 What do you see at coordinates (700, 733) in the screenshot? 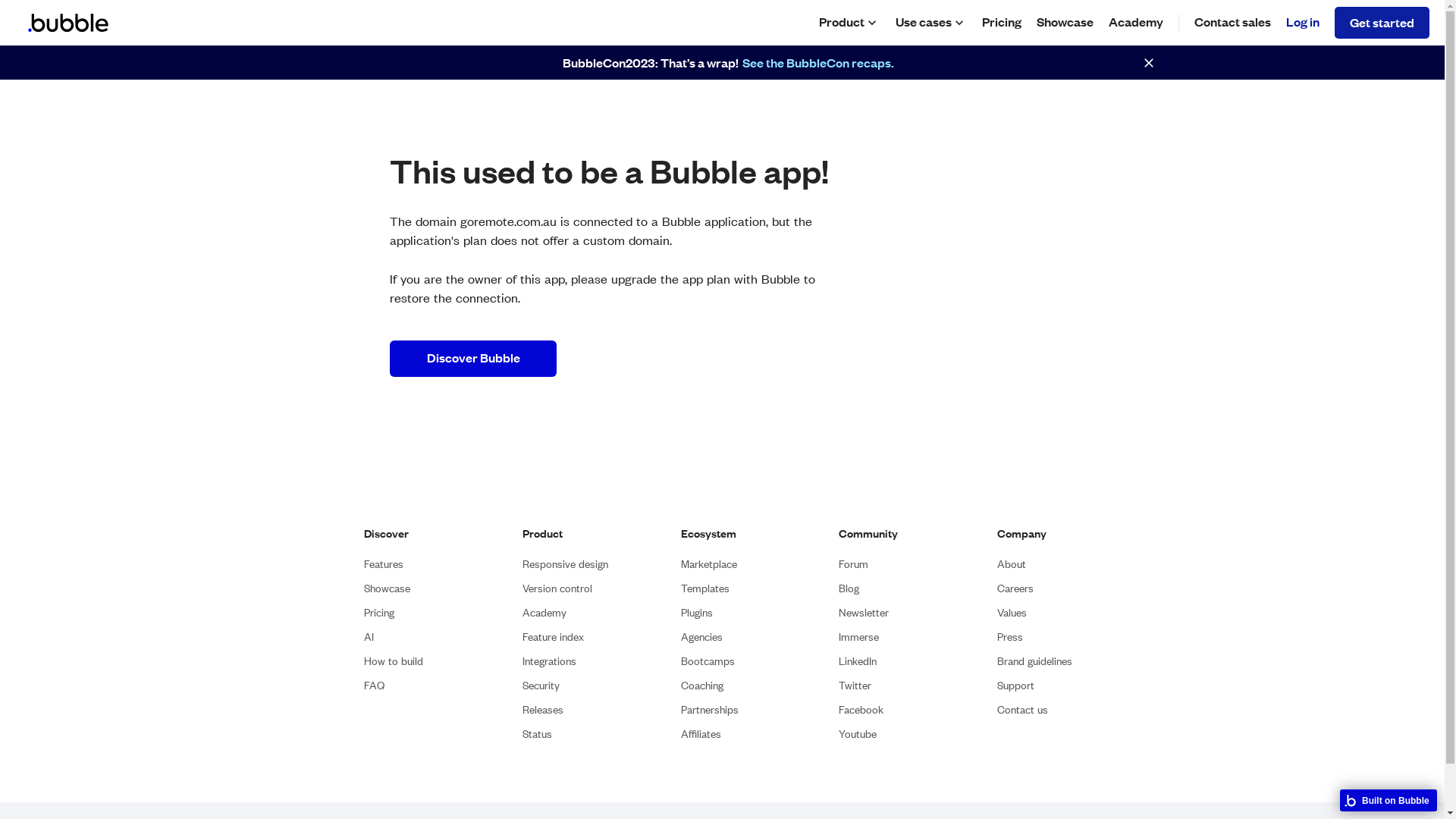
I see `'Affiliates'` at bounding box center [700, 733].